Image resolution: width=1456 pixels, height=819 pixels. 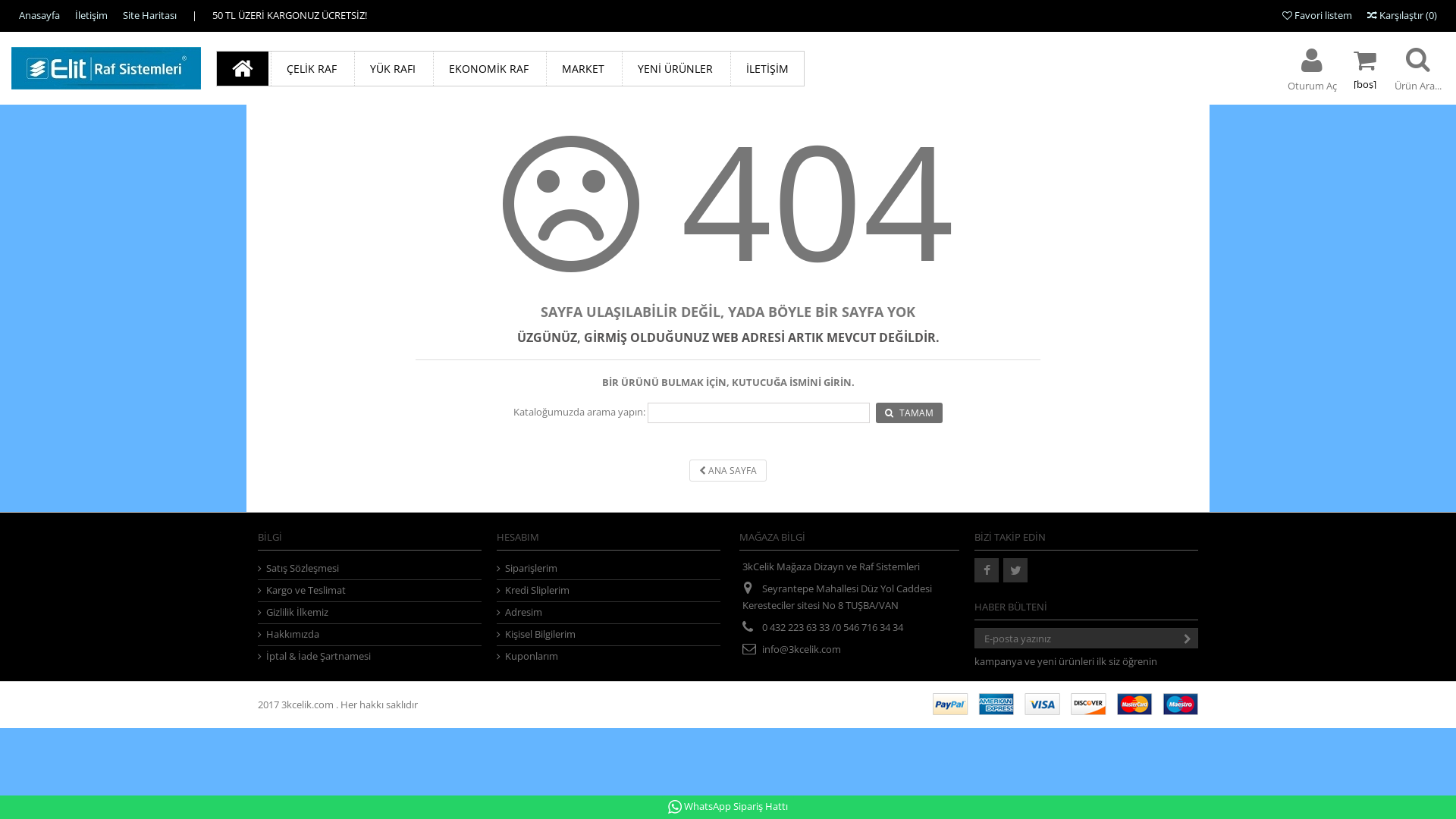 I want to click on 'Facebook', so click(x=986, y=570).